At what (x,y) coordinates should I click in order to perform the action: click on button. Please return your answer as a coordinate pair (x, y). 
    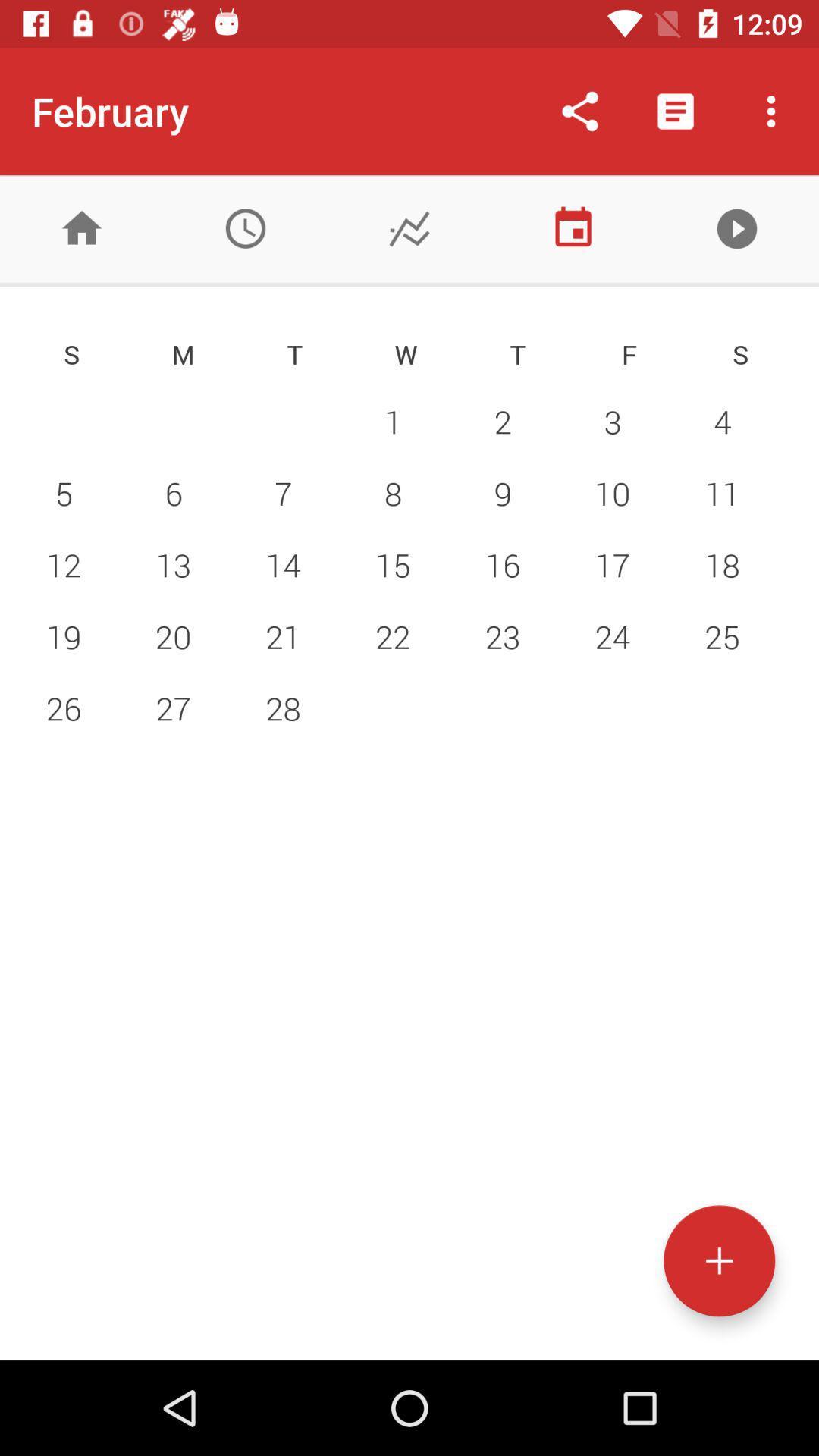
    Looking at the image, I should click on (736, 227).